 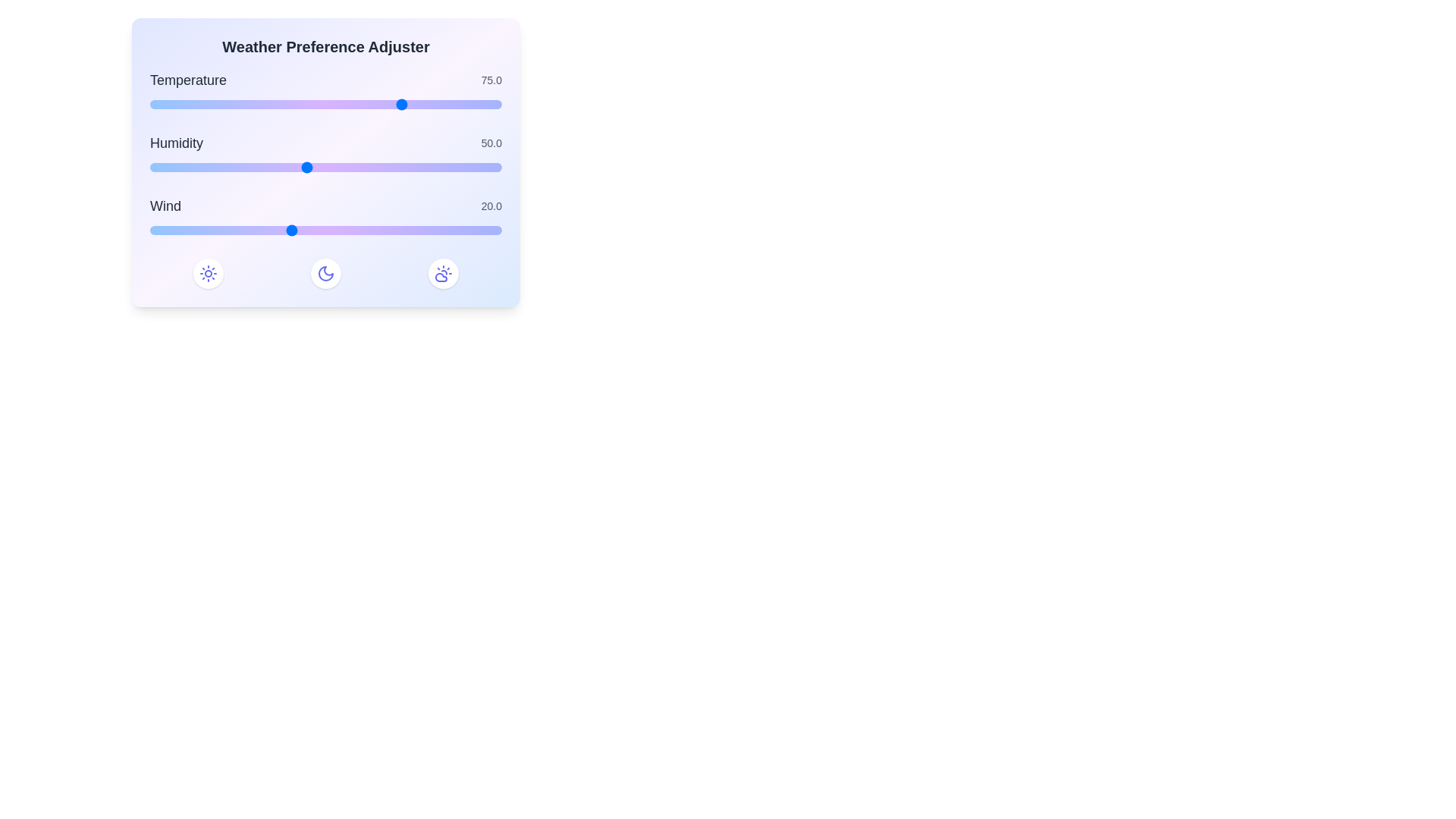 I want to click on the humidity value, so click(x=162, y=167).